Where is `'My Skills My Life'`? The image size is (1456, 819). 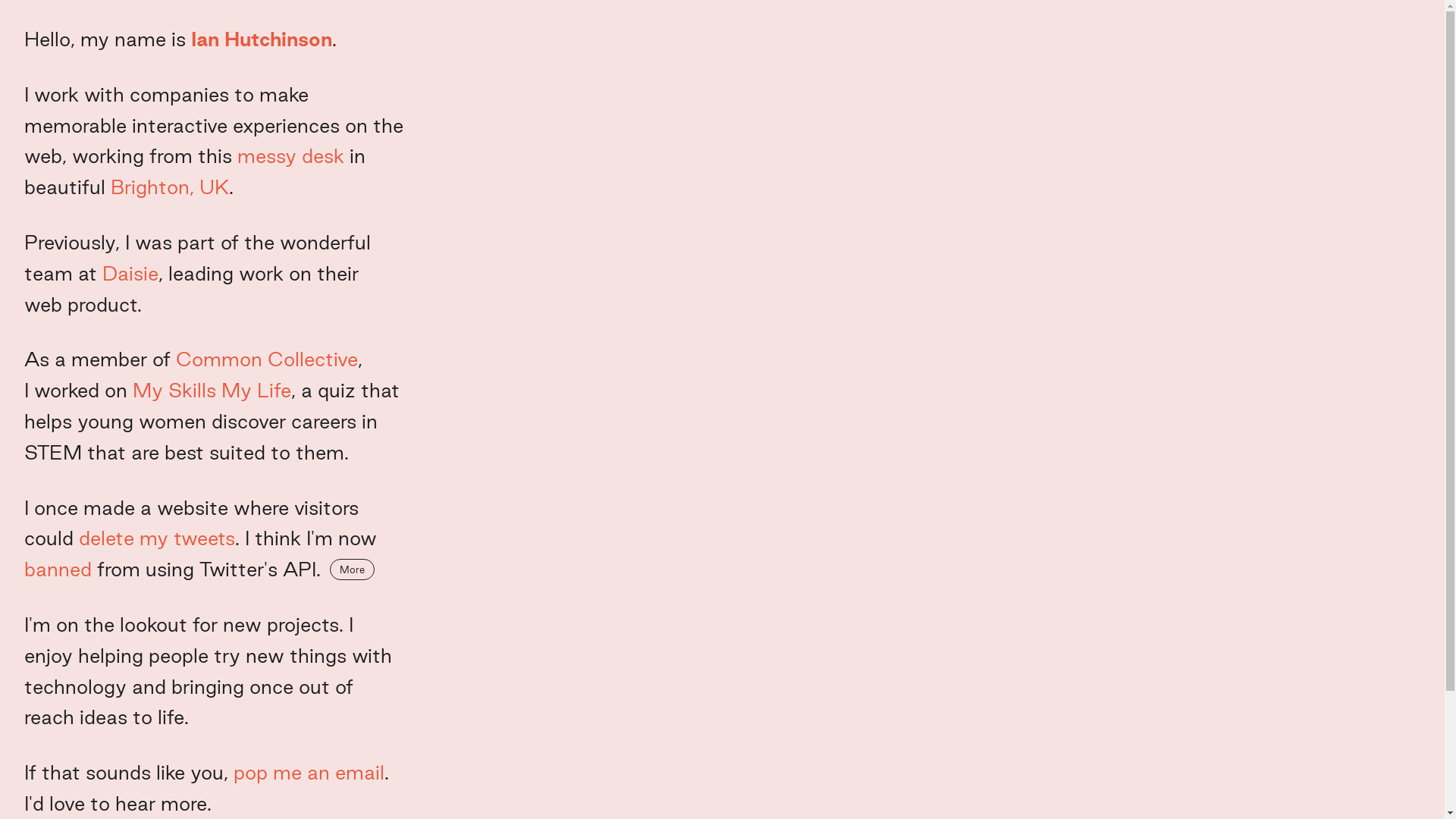
'My Skills My Life' is located at coordinates (211, 390).